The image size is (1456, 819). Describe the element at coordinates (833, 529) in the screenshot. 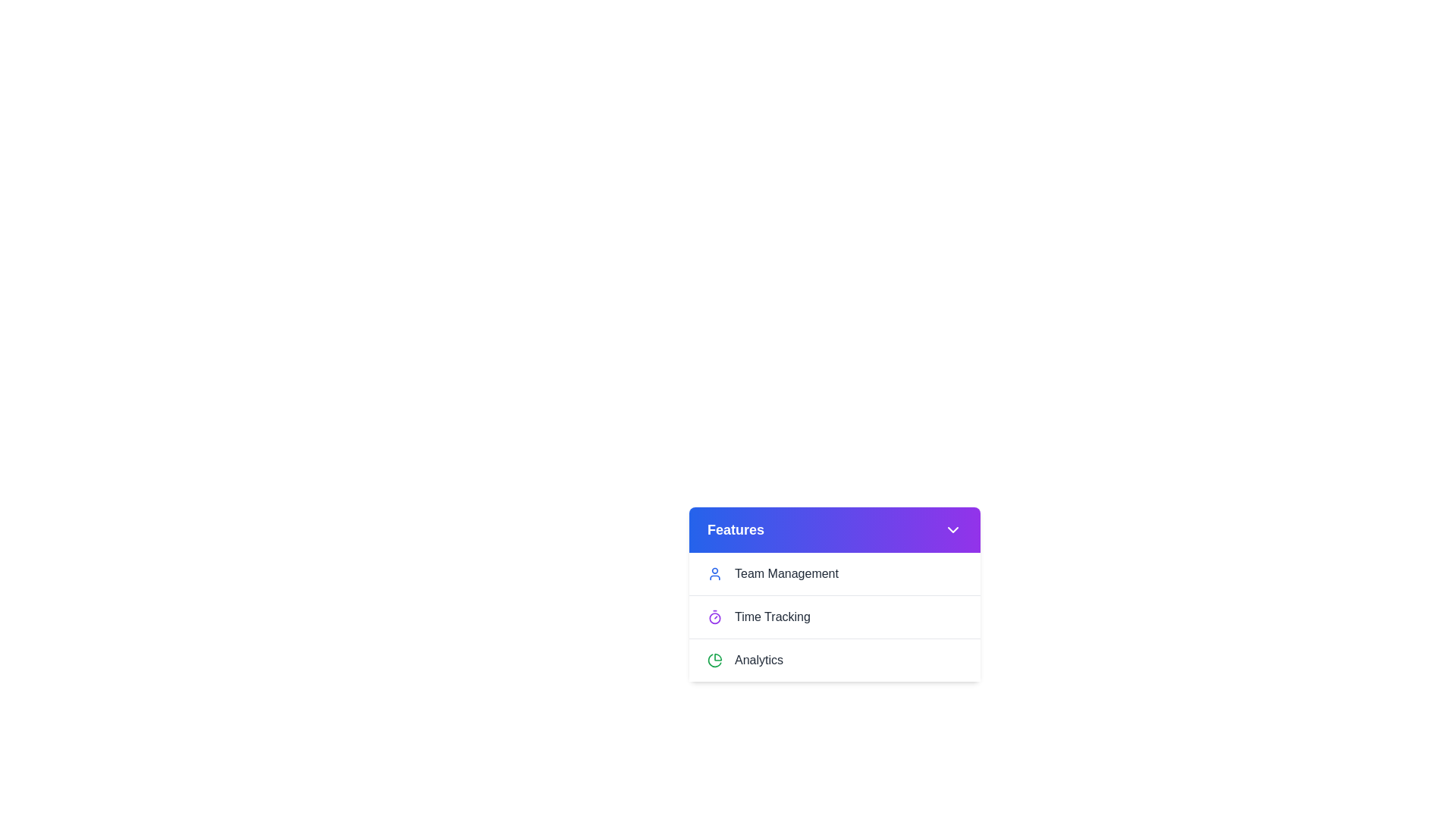

I see `the 'Features' button to toggle the visibility of the menu` at that location.